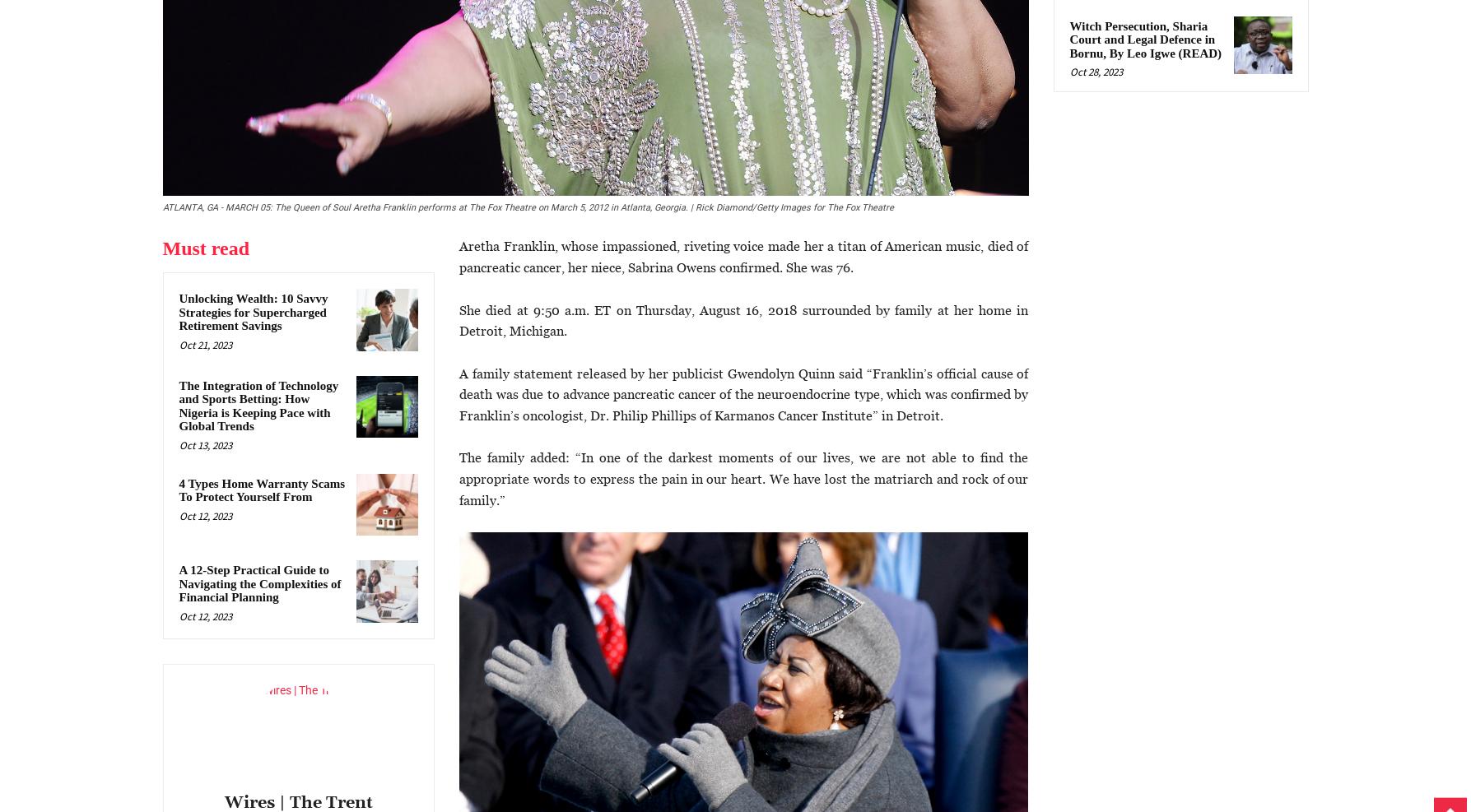 The width and height of the screenshot is (1471, 812). What do you see at coordinates (177, 444) in the screenshot?
I see `'Oct 13, 2023'` at bounding box center [177, 444].